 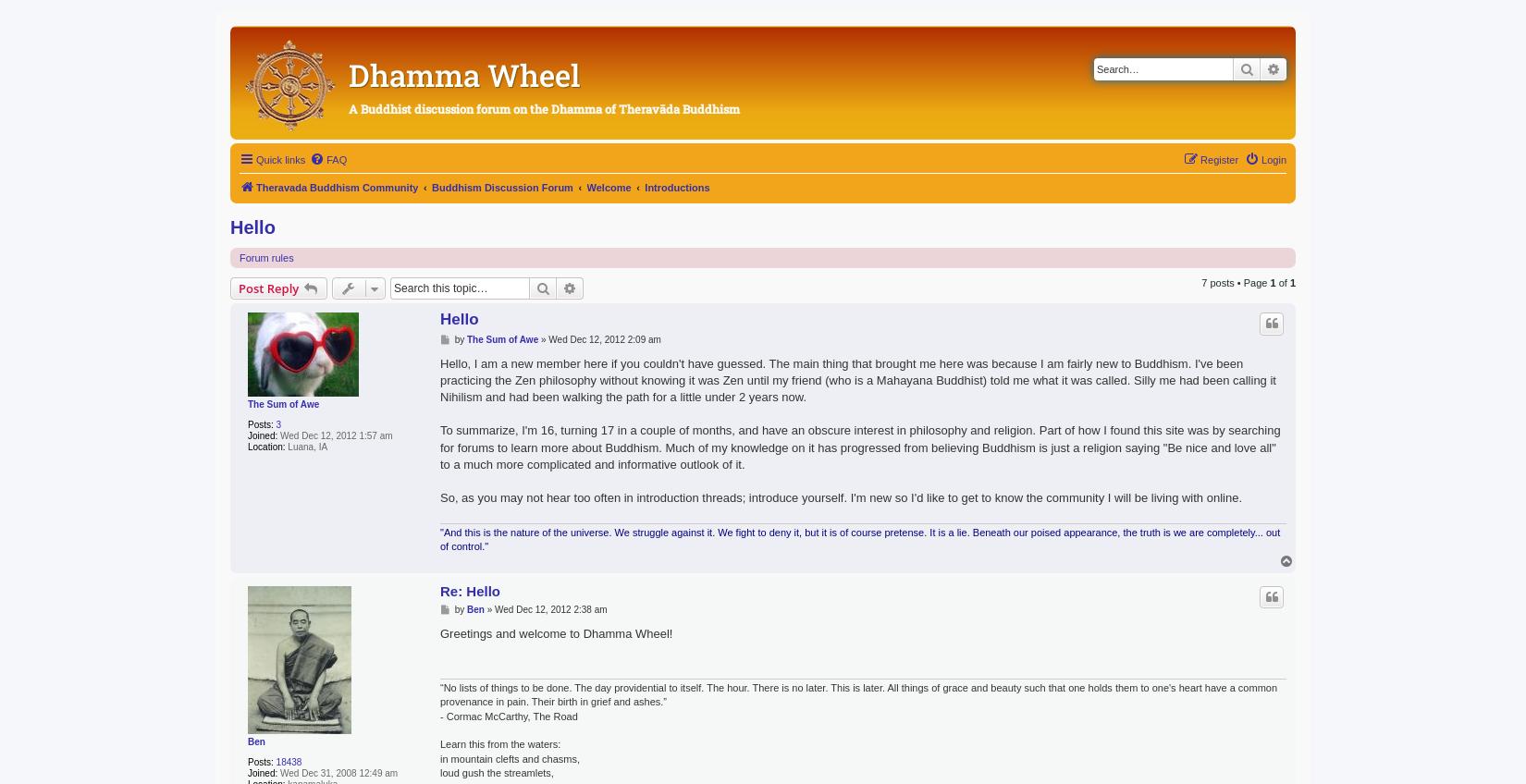 What do you see at coordinates (336, 158) in the screenshot?
I see `'FAQ'` at bounding box center [336, 158].